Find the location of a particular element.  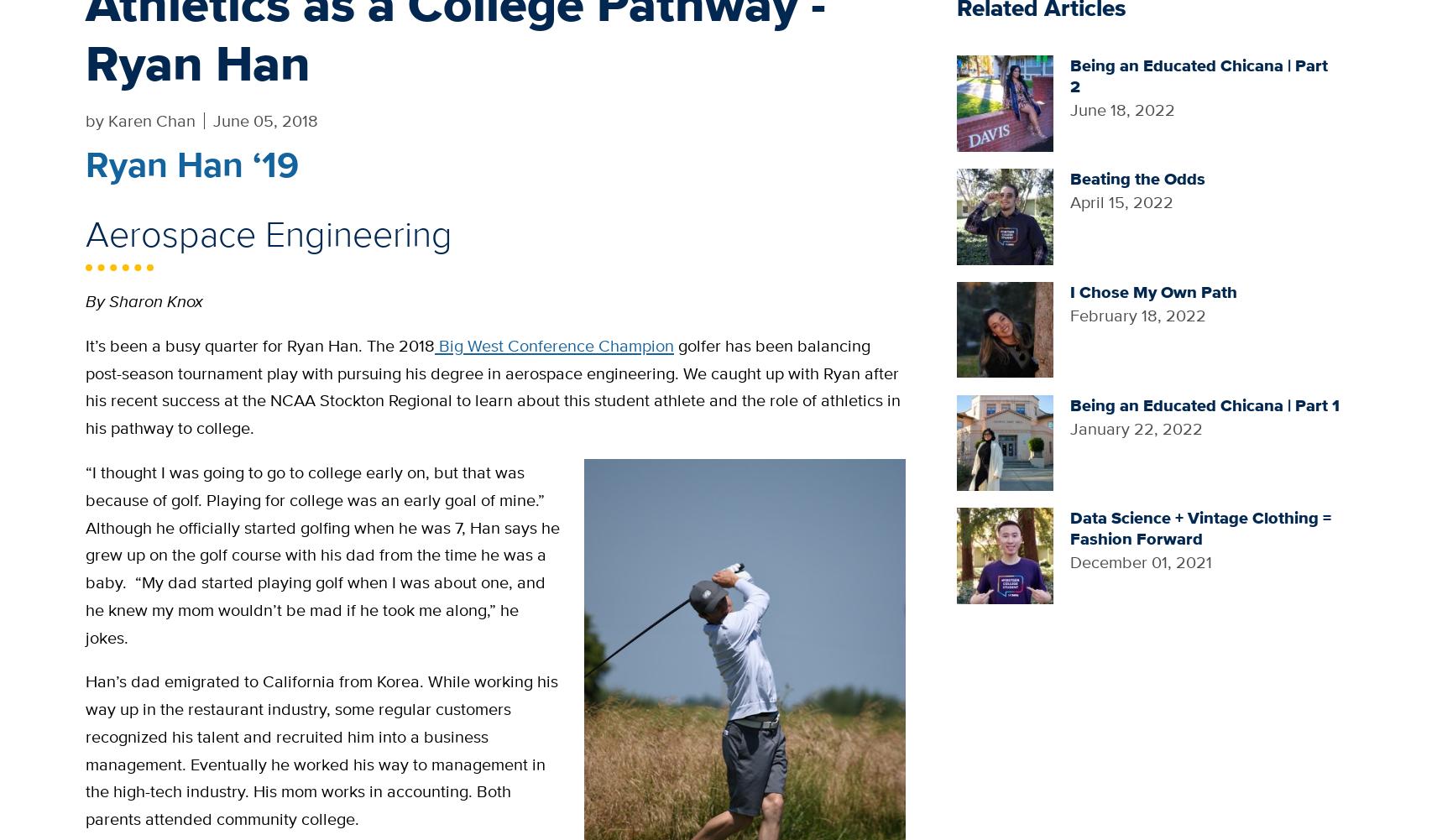

'June 05, 2018' is located at coordinates (213, 118).